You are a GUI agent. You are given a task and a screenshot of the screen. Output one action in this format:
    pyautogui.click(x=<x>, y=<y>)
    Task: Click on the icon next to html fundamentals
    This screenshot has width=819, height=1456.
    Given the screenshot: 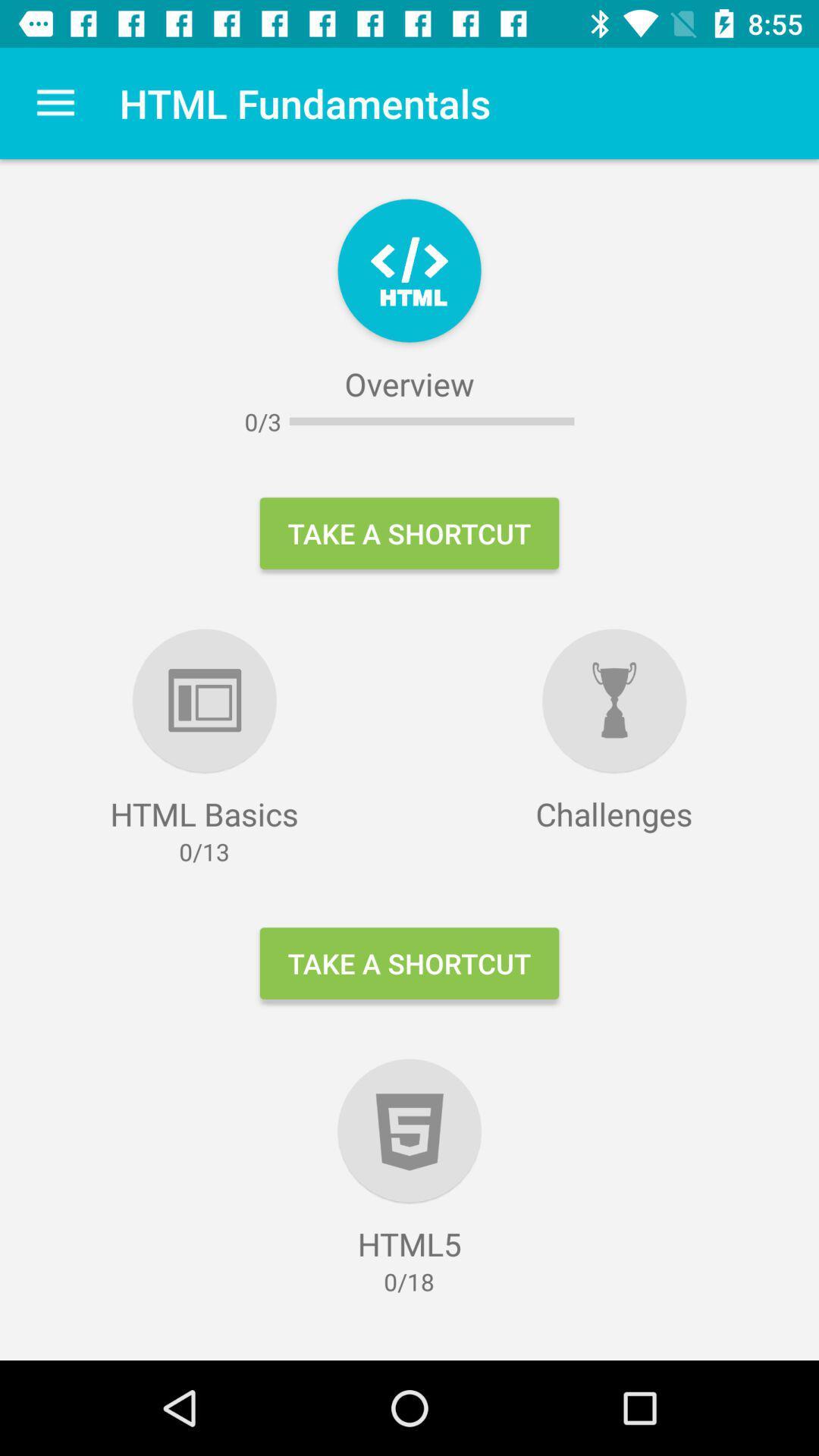 What is the action you would take?
    pyautogui.click(x=55, y=102)
    